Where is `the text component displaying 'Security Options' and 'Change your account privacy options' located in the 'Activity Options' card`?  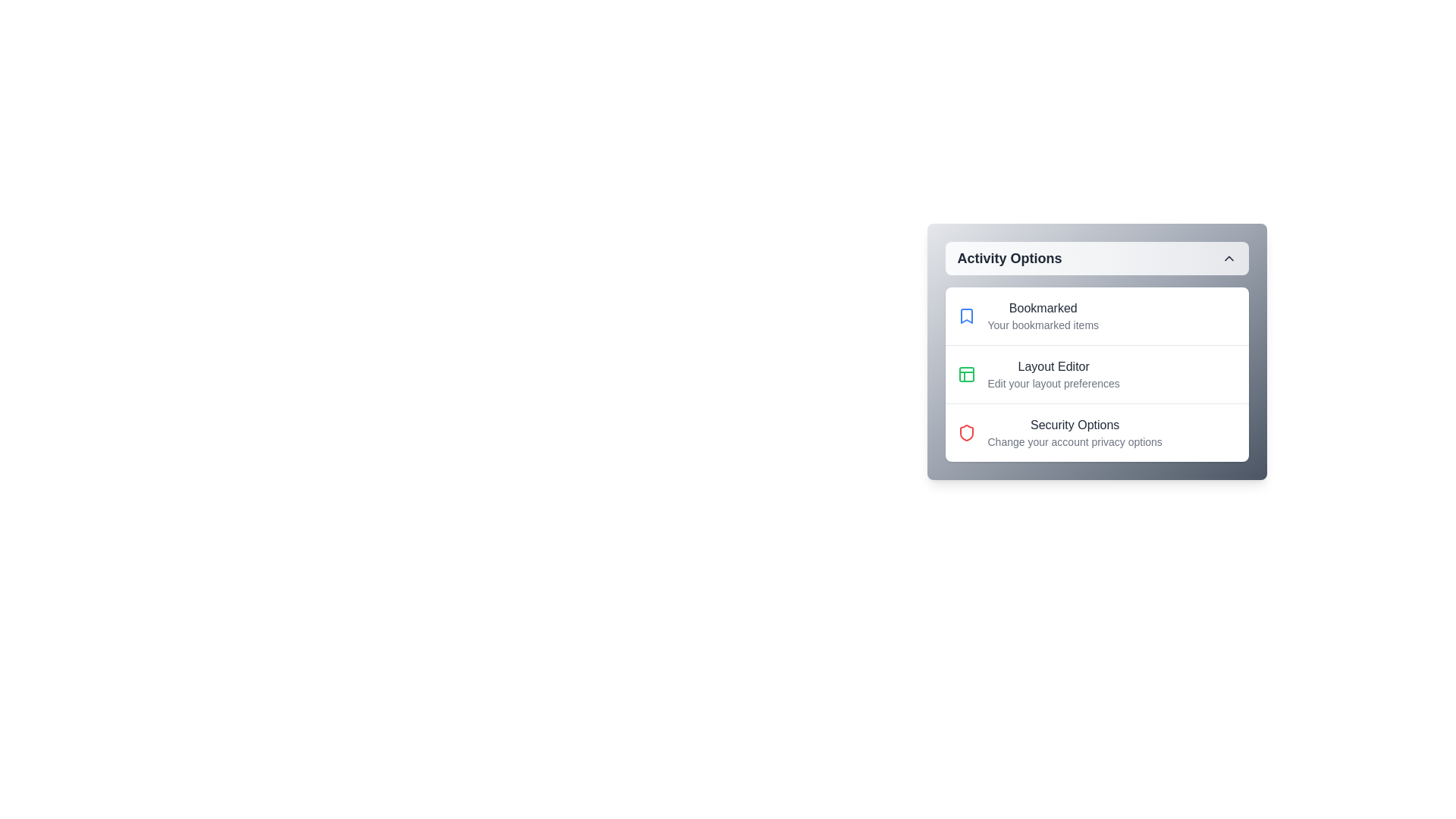
the text component displaying 'Security Options' and 'Change your account privacy options' located in the 'Activity Options' card is located at coordinates (1074, 432).